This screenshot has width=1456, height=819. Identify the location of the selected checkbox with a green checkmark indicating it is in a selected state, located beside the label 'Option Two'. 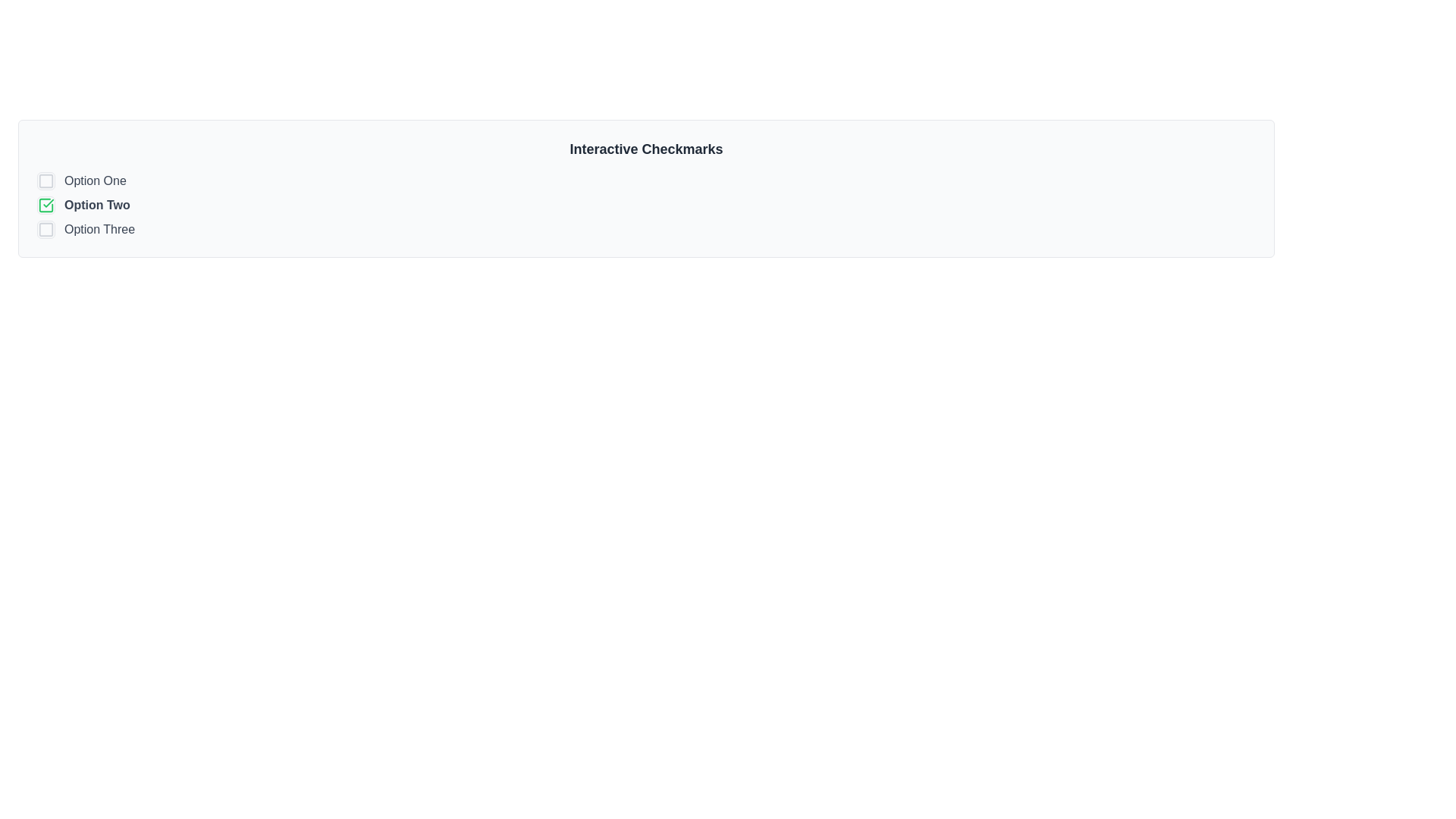
(46, 205).